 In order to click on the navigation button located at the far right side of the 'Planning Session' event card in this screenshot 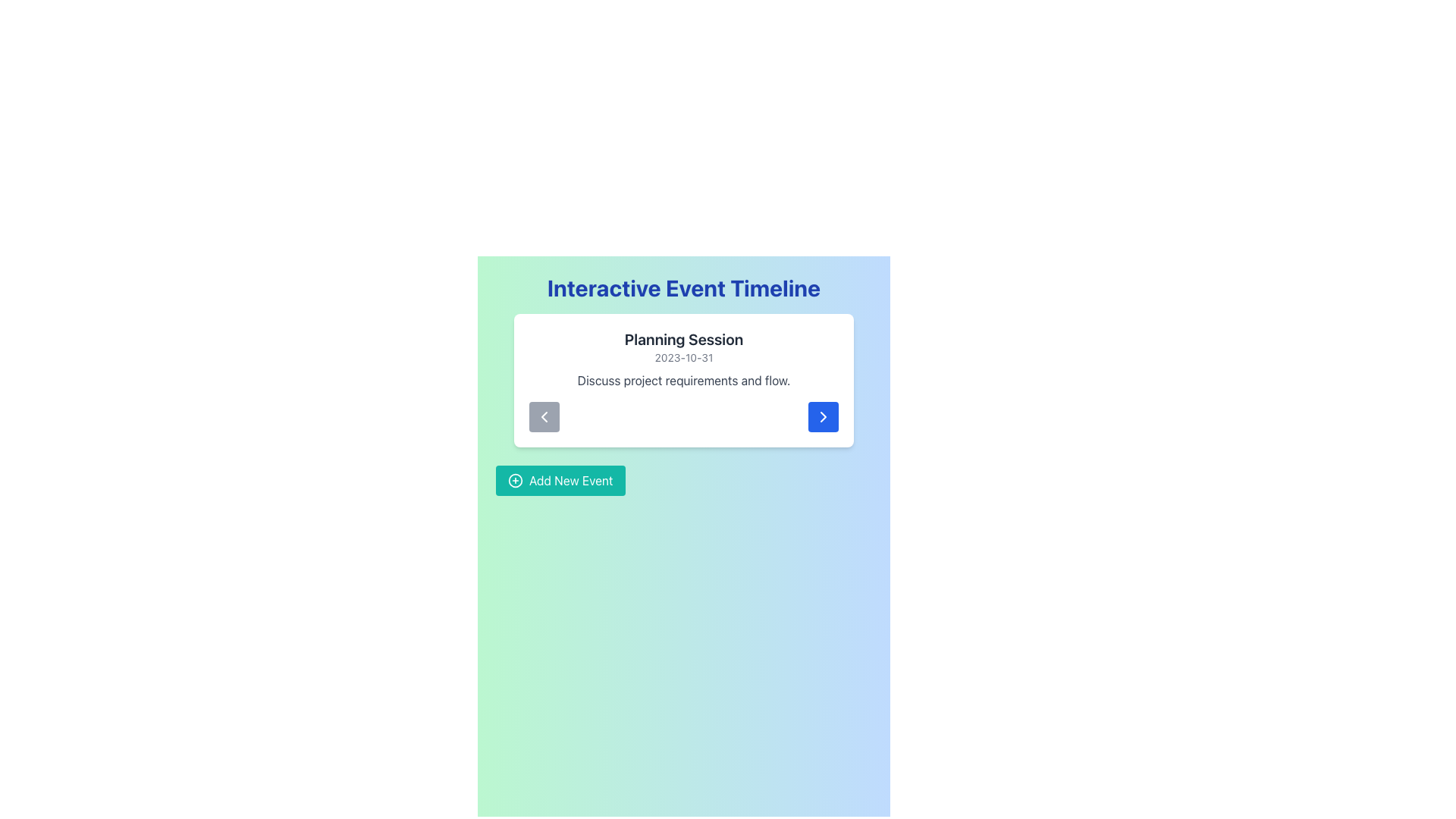, I will do `click(822, 417)`.